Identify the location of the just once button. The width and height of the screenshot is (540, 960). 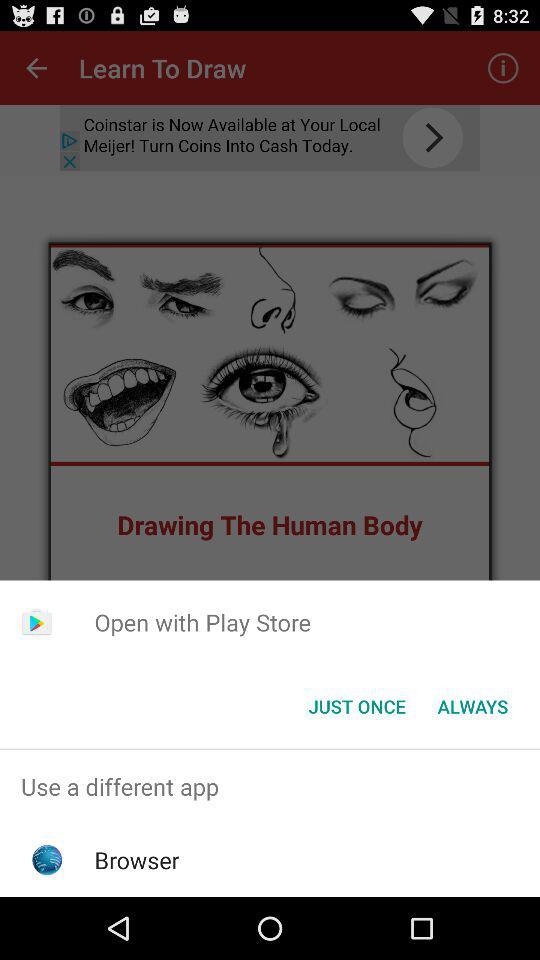
(356, 706).